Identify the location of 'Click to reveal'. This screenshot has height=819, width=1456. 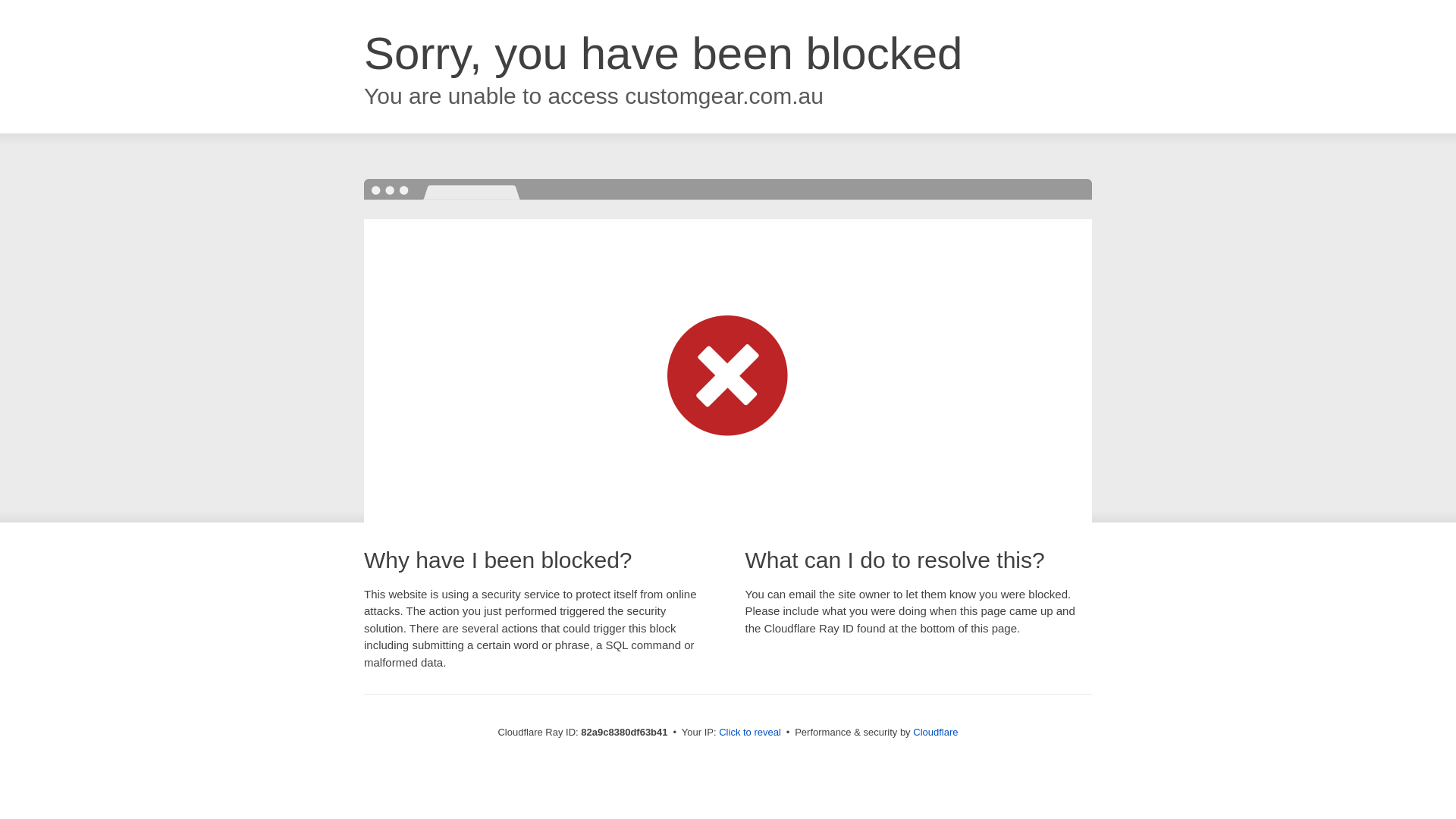
(749, 731).